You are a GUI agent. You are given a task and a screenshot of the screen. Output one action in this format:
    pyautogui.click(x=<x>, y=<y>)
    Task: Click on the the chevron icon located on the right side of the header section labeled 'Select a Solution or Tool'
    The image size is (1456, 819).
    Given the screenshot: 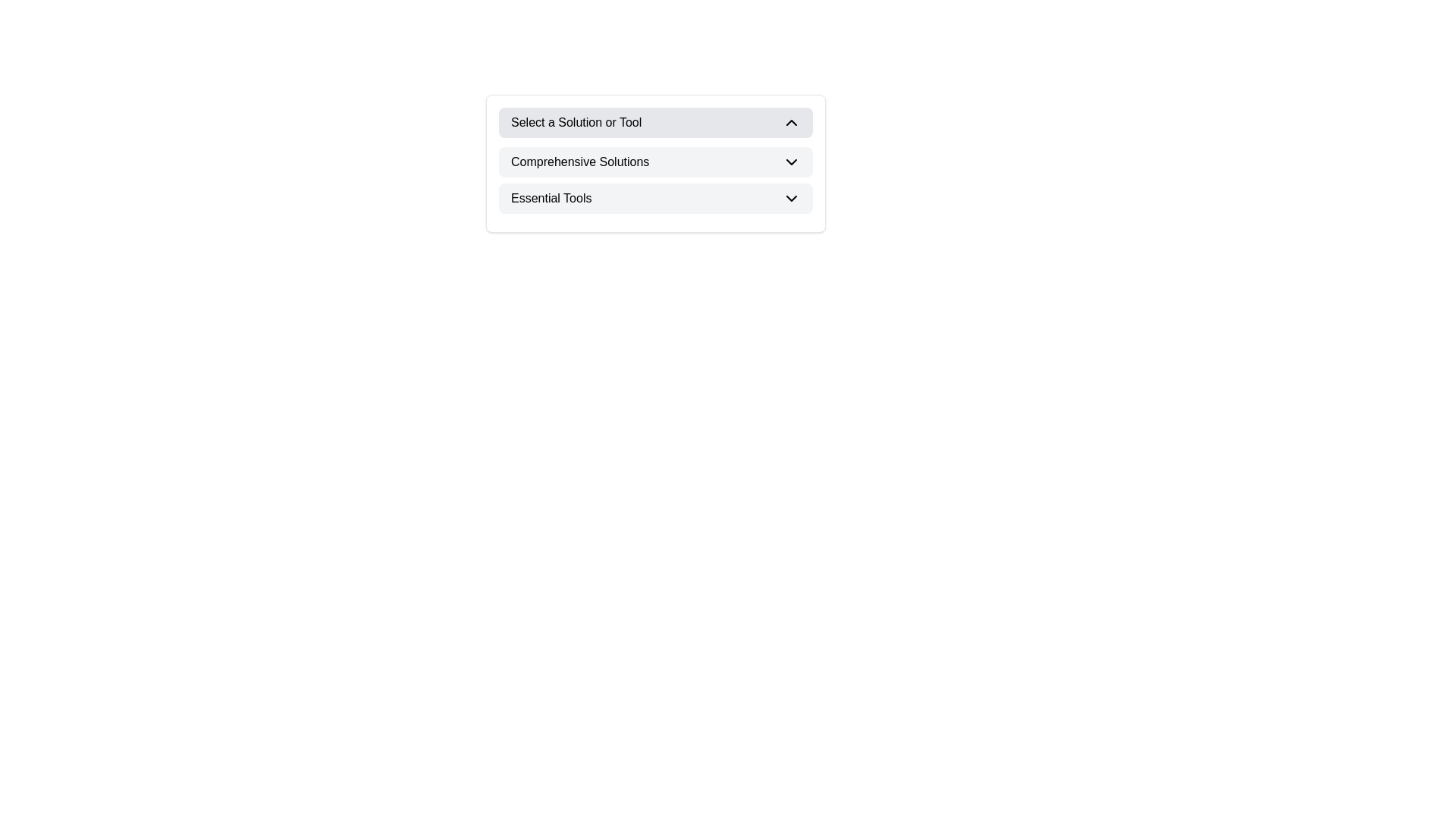 What is the action you would take?
    pyautogui.click(x=790, y=122)
    